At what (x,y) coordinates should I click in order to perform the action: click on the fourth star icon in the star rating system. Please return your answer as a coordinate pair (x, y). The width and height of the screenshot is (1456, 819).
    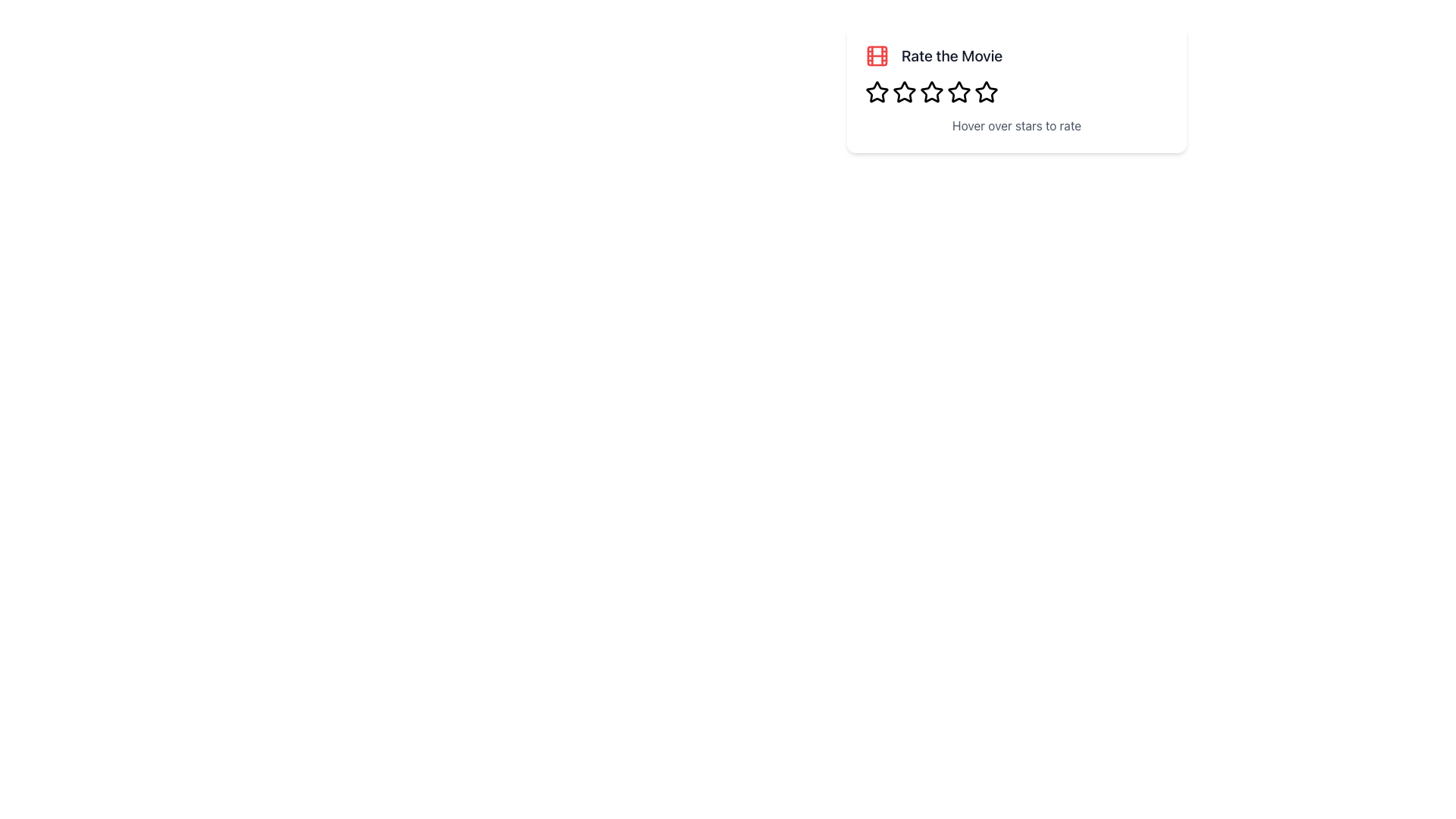
    Looking at the image, I should click on (986, 91).